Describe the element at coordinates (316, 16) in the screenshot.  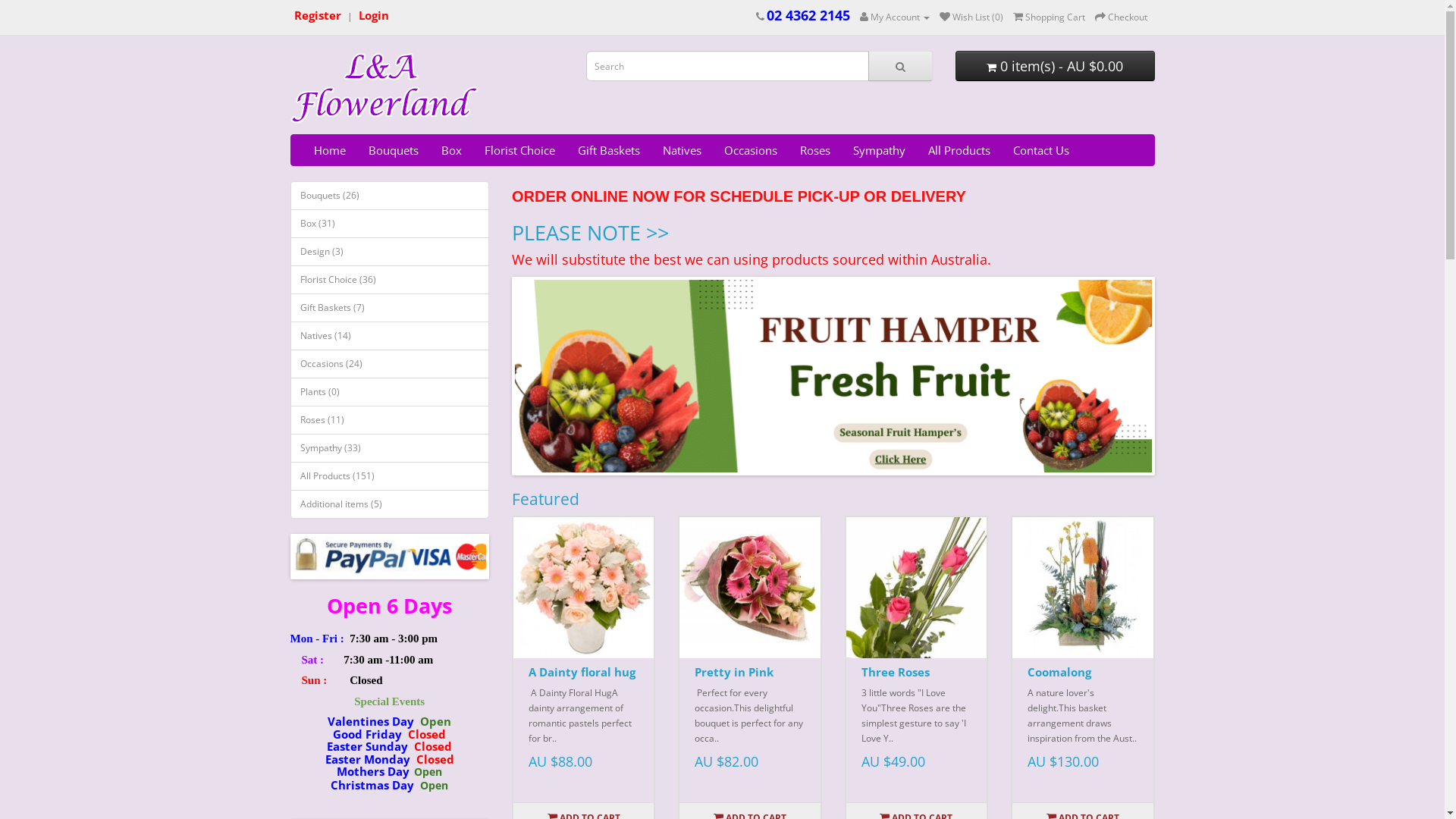
I see `'Register'` at that location.